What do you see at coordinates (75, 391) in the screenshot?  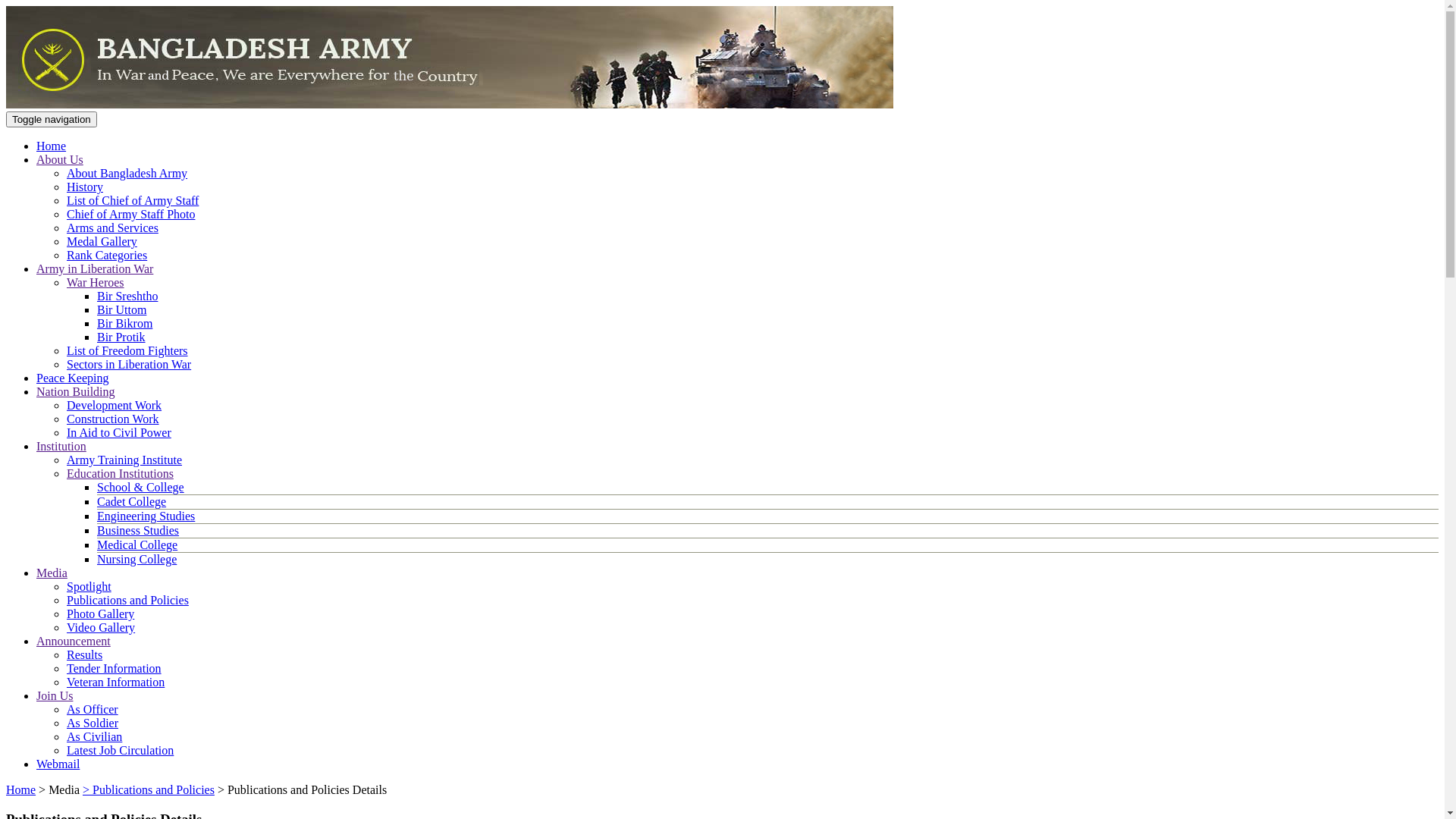 I see `'Nation Building'` at bounding box center [75, 391].